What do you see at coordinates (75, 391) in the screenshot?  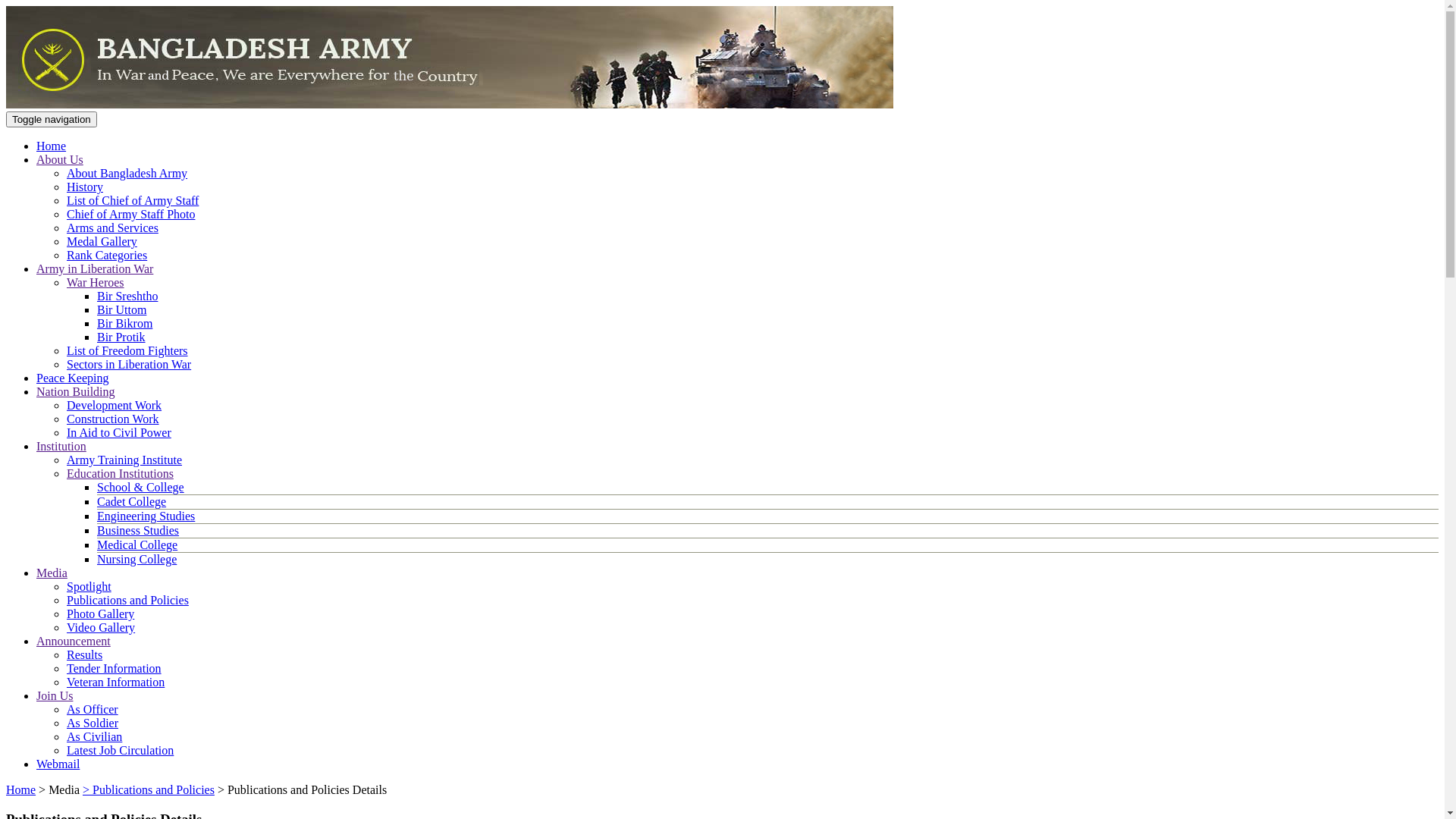 I see `'Nation Building'` at bounding box center [75, 391].